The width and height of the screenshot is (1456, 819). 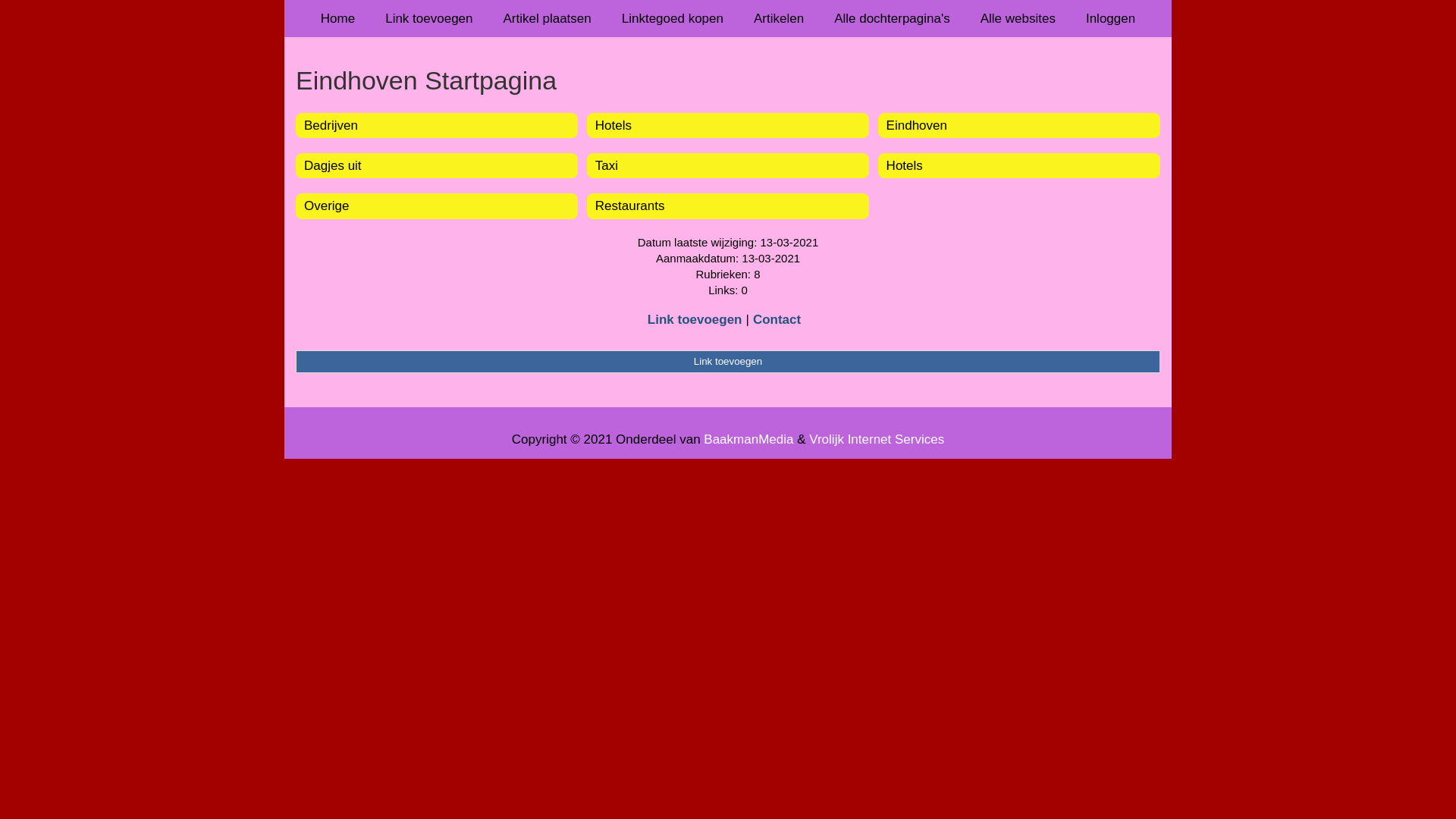 I want to click on 'Taxi', so click(x=595, y=165).